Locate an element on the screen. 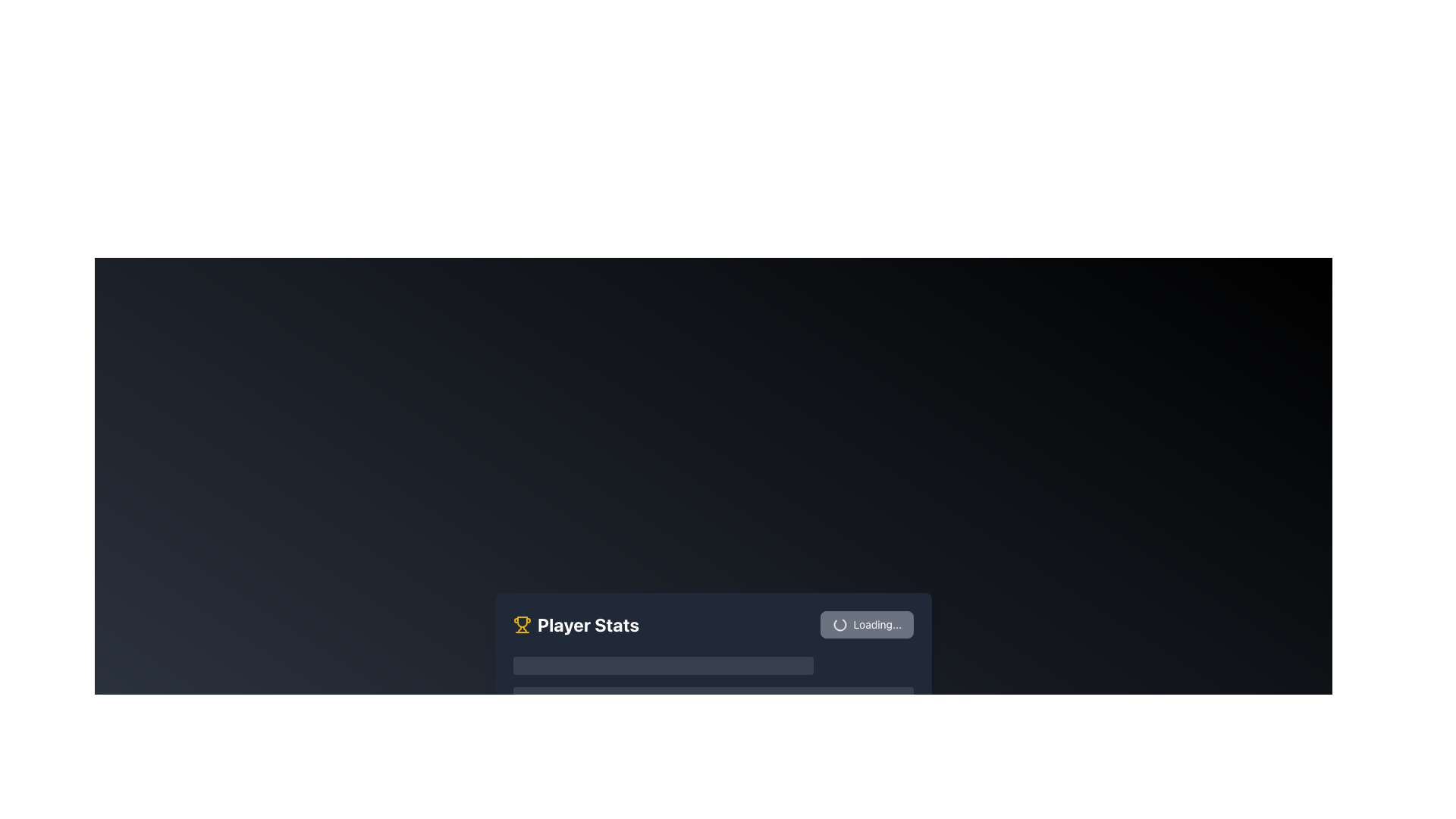 Image resolution: width=1456 pixels, height=819 pixels. the loading bar indicator, which is a horizontal gray bar with rounded edges, located in the center-bottom area of the 'Player Stats' box is located at coordinates (712, 693).